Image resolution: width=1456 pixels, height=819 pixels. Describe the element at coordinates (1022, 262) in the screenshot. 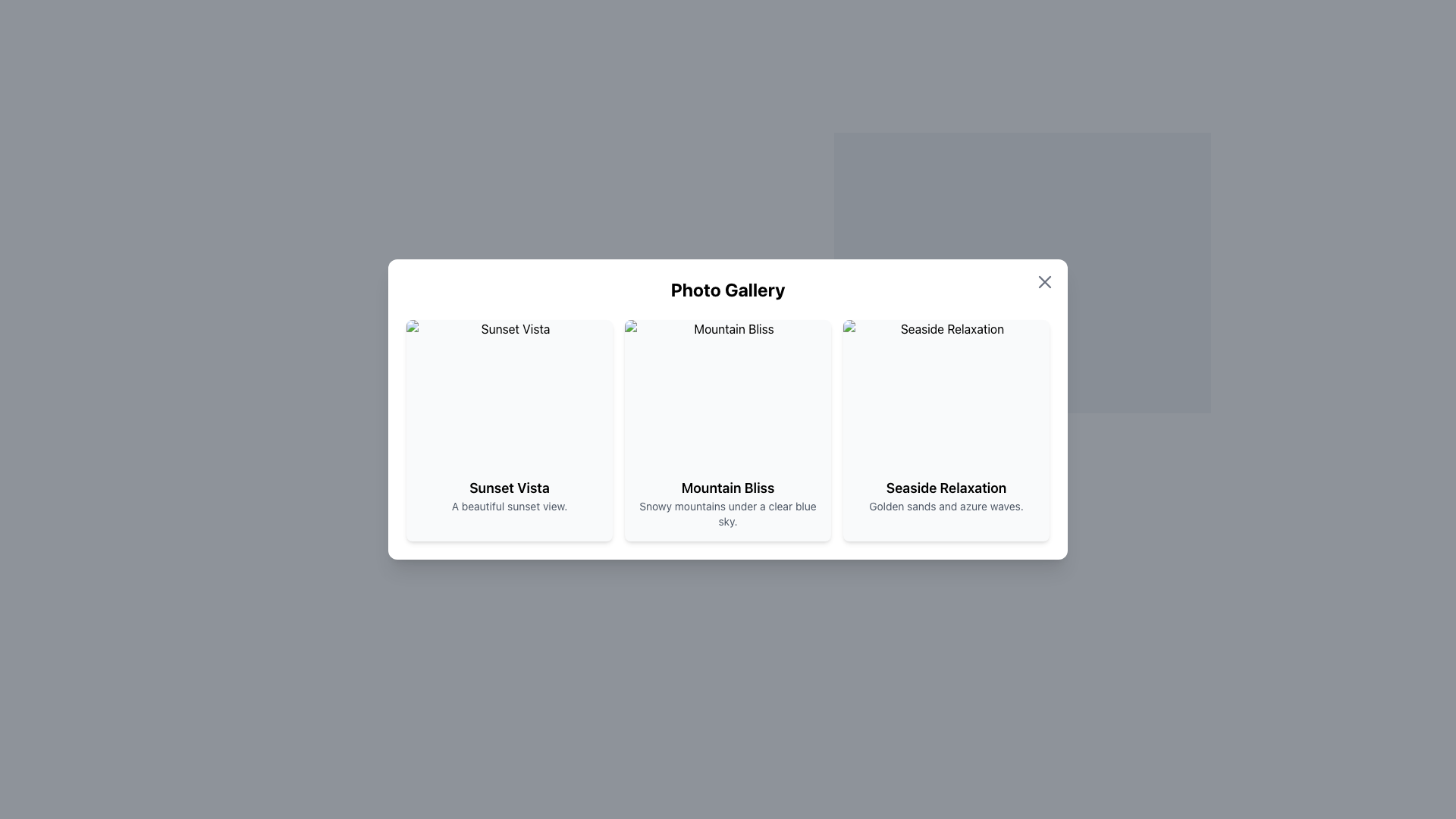

I see `the close button, a discrete cross-shaped icon at the top-right corner of the 'Photo Gallery' panel` at that location.